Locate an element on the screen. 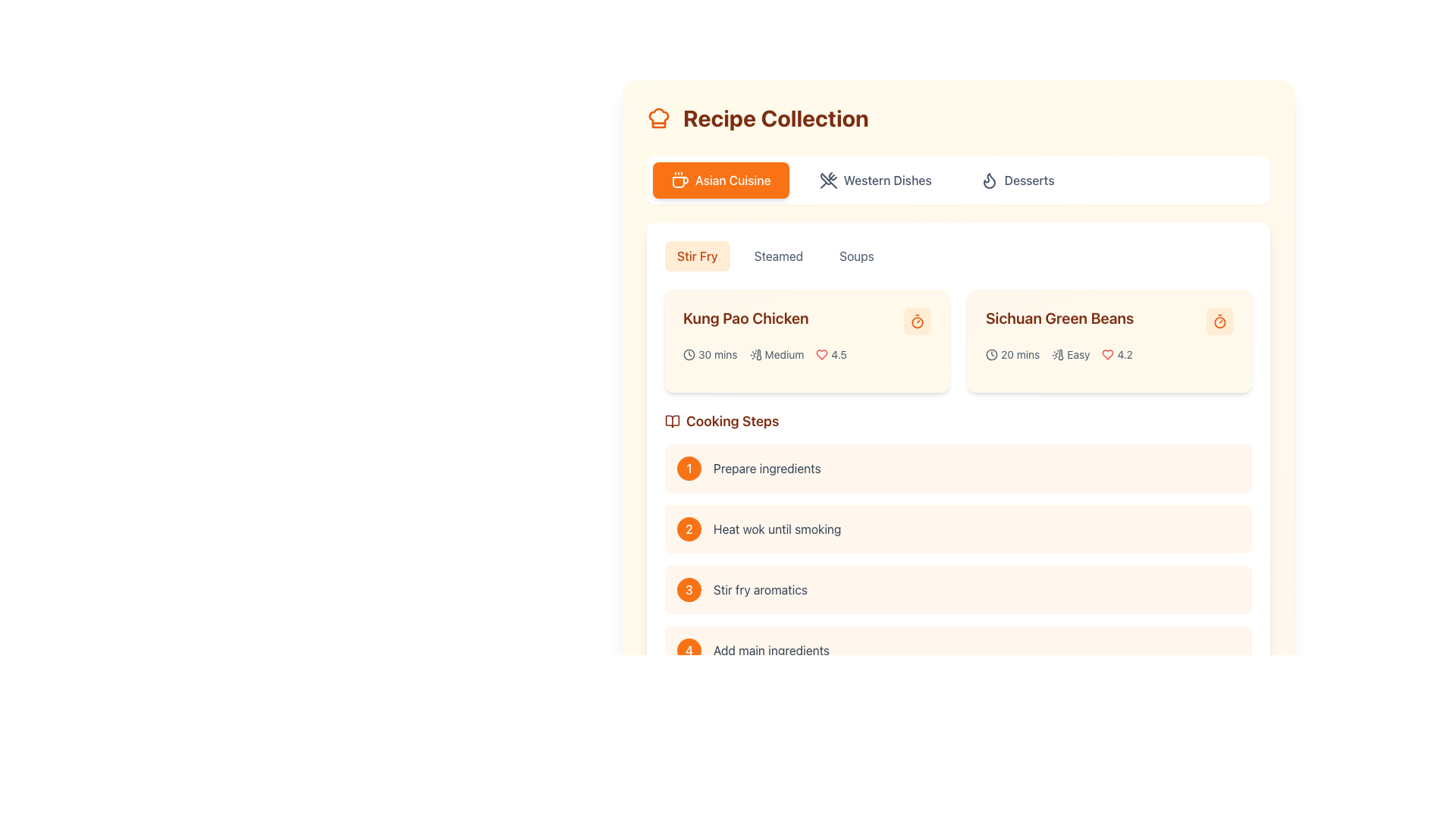 This screenshot has width=1456, height=819. the static text element displaying 'Stir fry aromatics' which is part of a step-by-step list and located beside the circled orange number '3' is located at coordinates (761, 589).